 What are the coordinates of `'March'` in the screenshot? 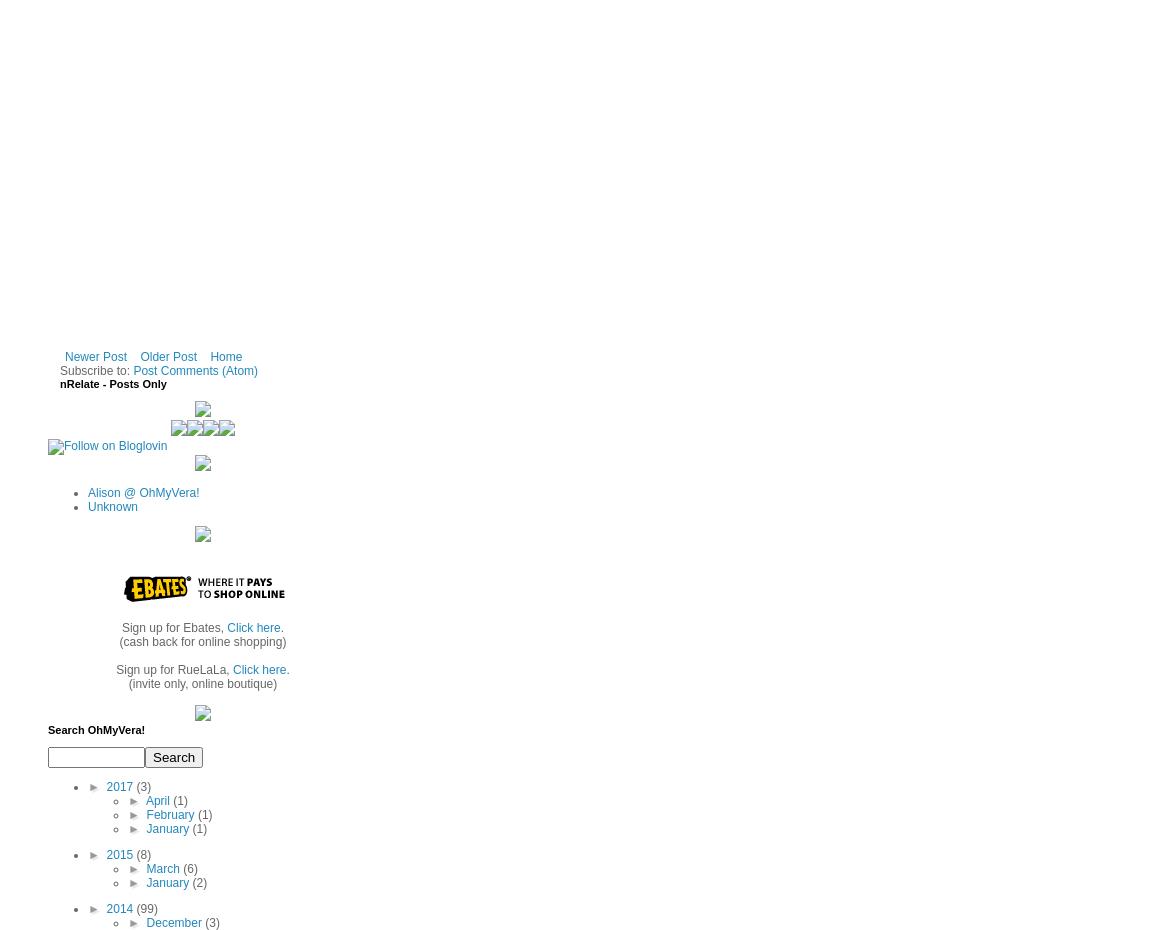 It's located at (164, 867).